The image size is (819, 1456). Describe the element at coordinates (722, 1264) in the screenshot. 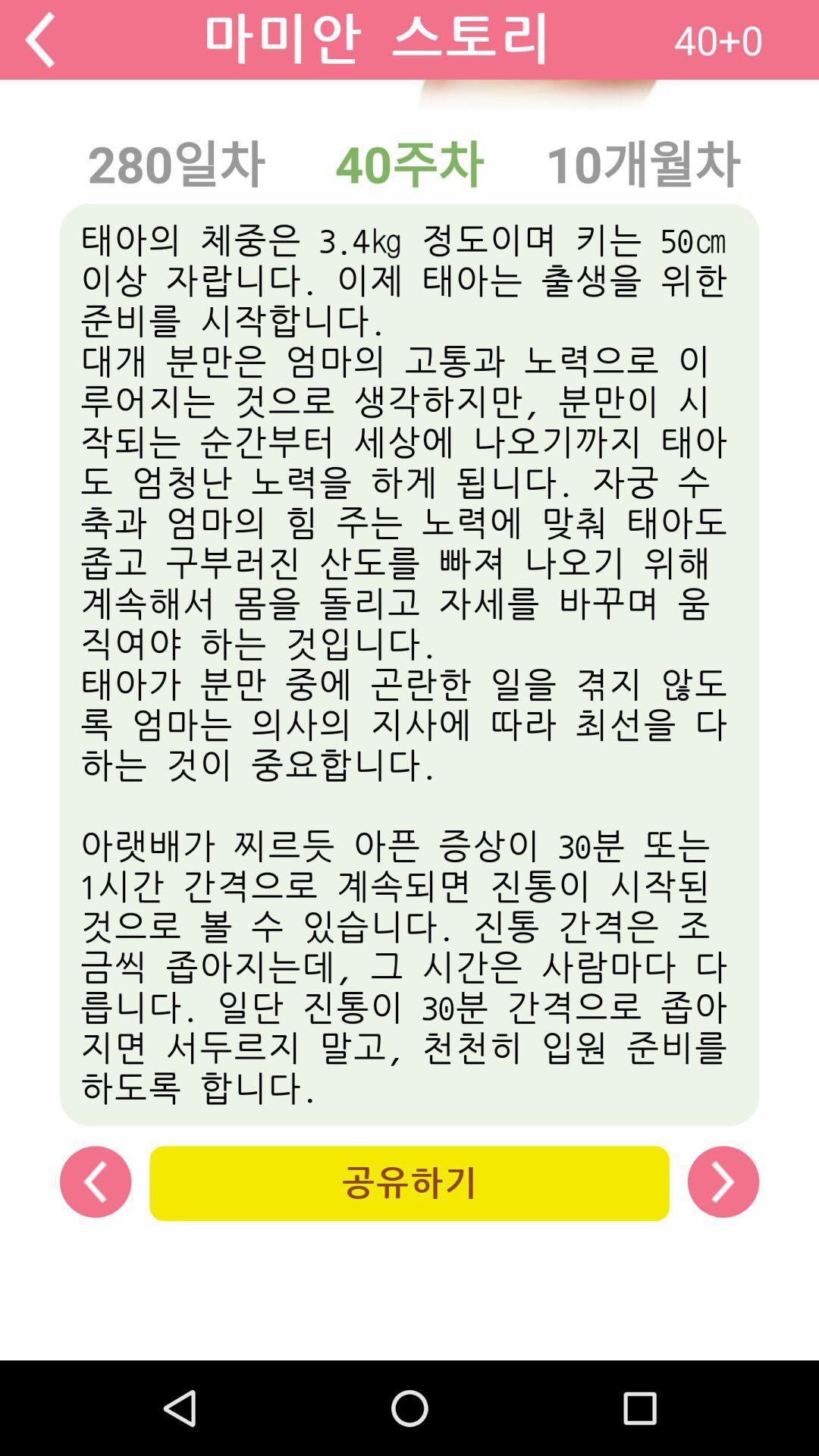

I see `the arrow_forward icon` at that location.